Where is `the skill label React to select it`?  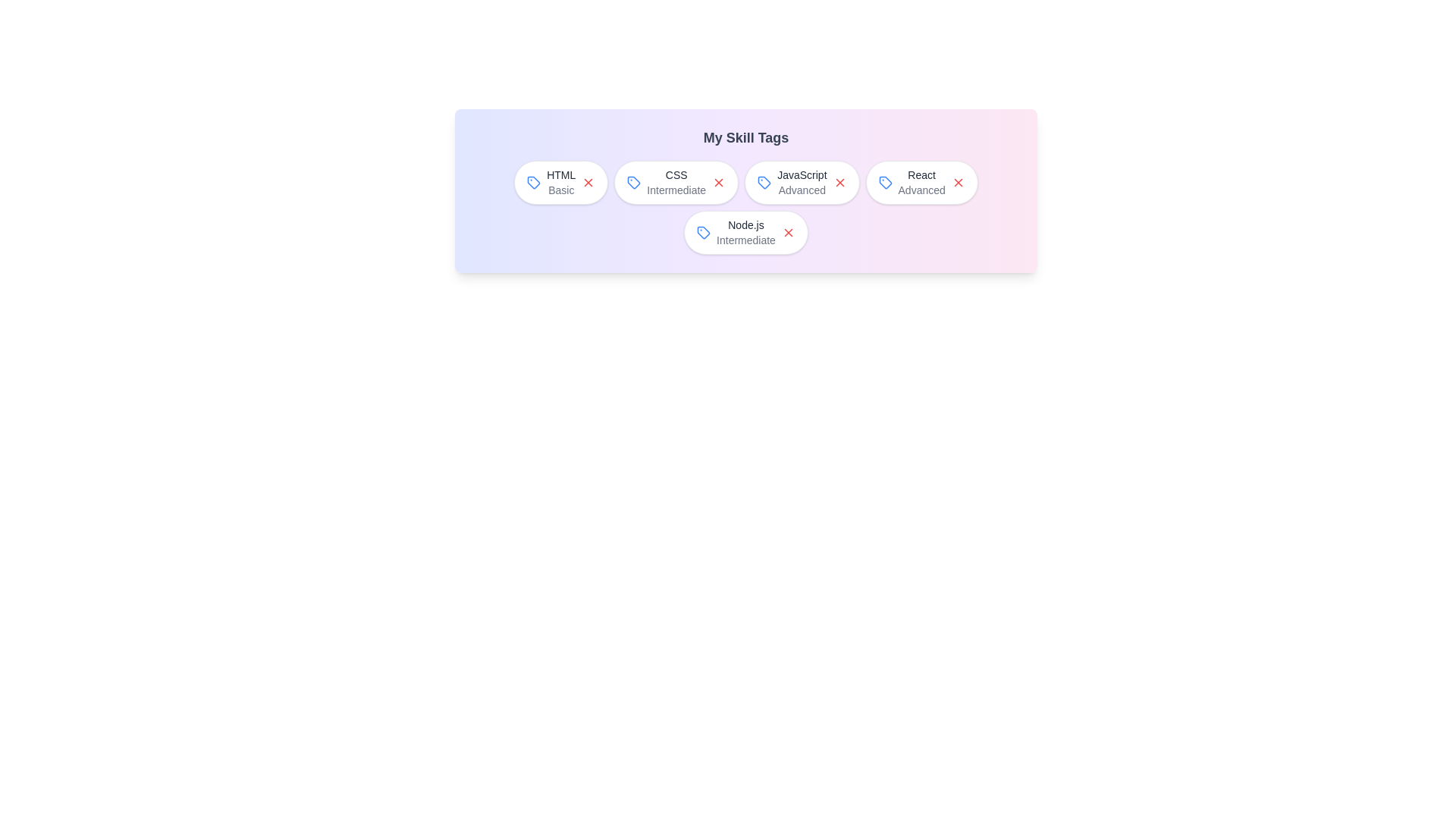 the skill label React to select it is located at coordinates (920, 181).